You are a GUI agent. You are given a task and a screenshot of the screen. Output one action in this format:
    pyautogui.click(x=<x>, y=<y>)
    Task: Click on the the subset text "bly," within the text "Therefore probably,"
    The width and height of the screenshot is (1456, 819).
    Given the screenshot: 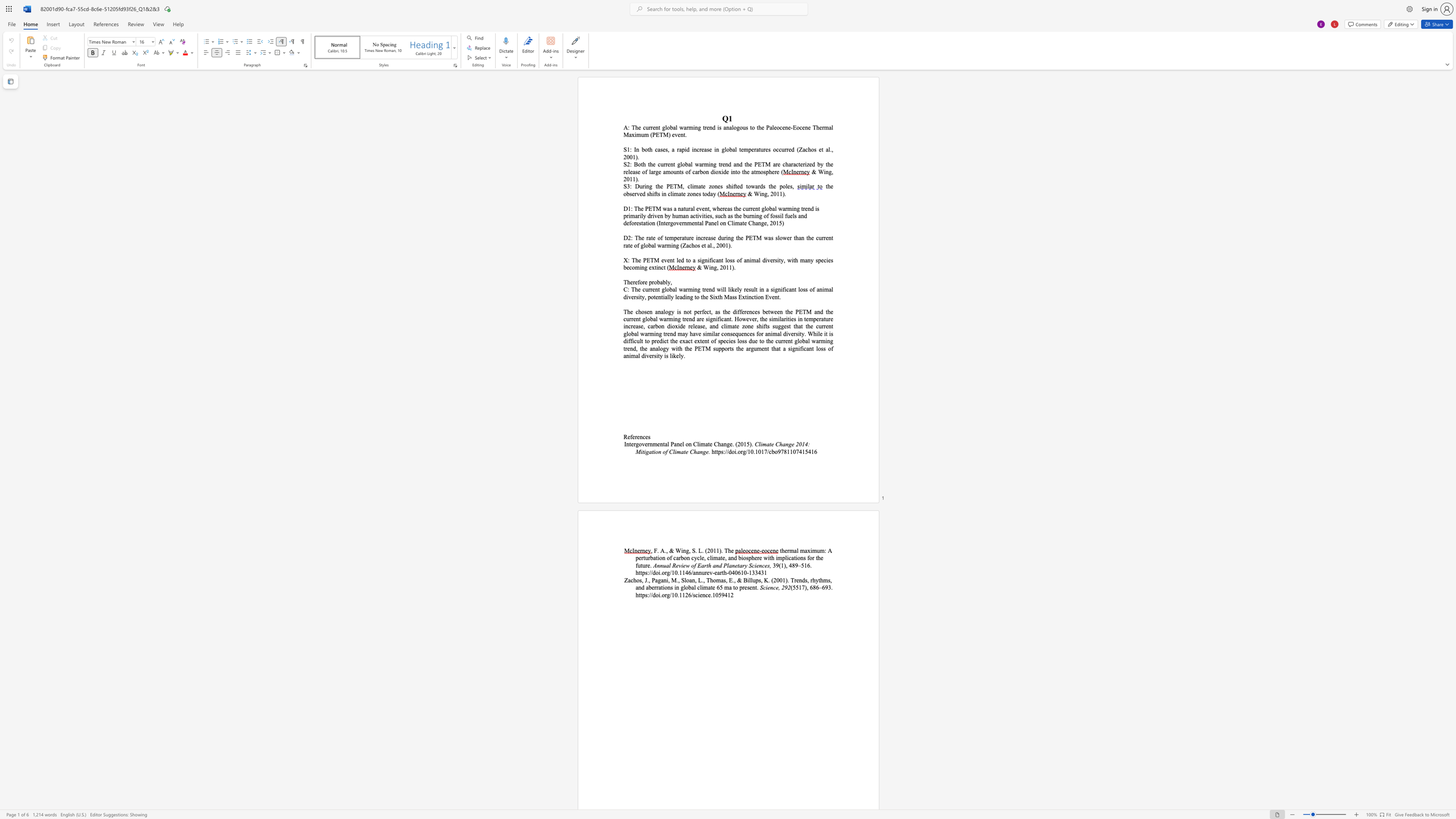 What is the action you would take?
    pyautogui.click(x=662, y=281)
    